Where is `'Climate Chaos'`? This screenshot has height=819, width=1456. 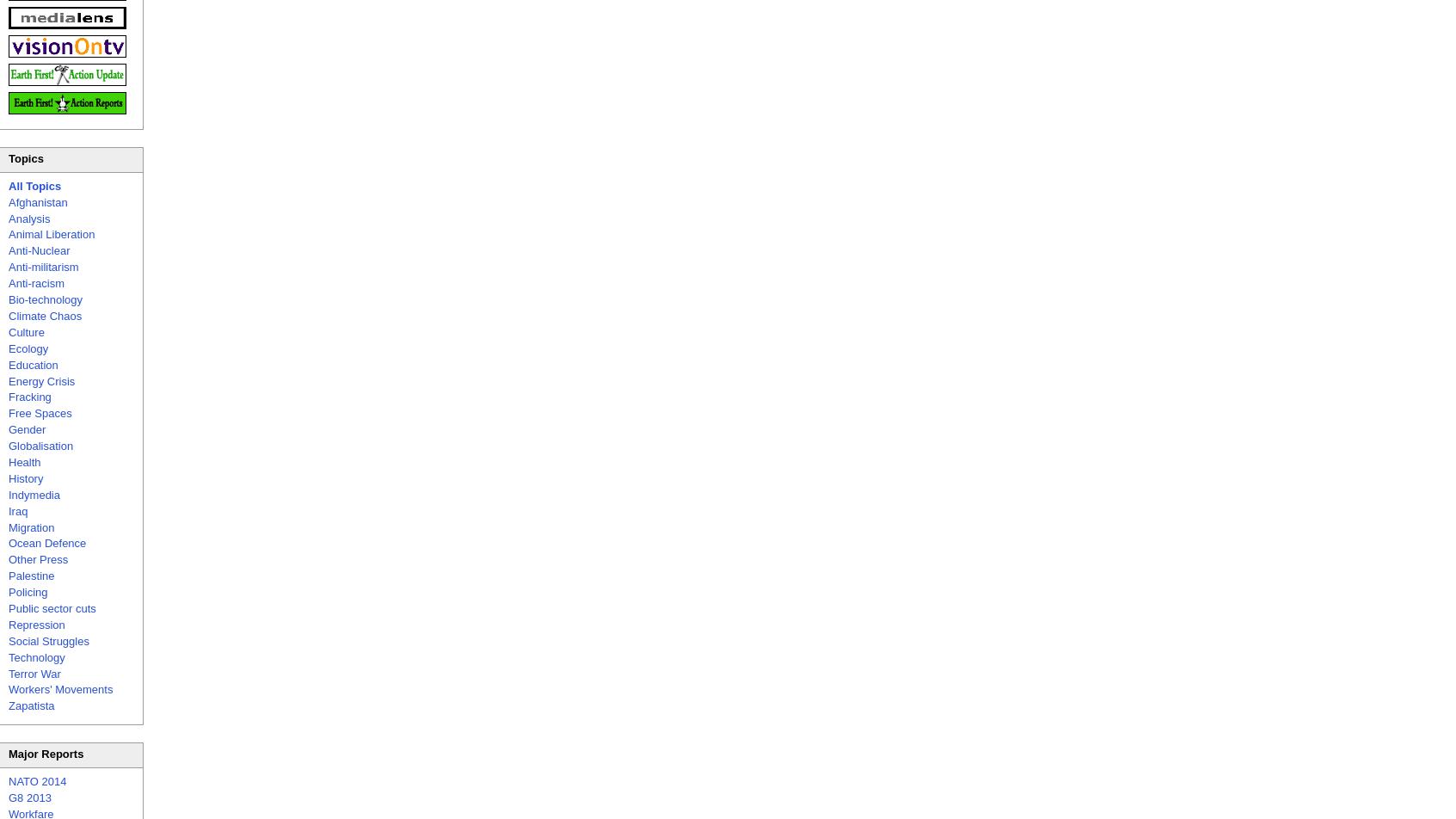 'Climate Chaos' is located at coordinates (44, 315).